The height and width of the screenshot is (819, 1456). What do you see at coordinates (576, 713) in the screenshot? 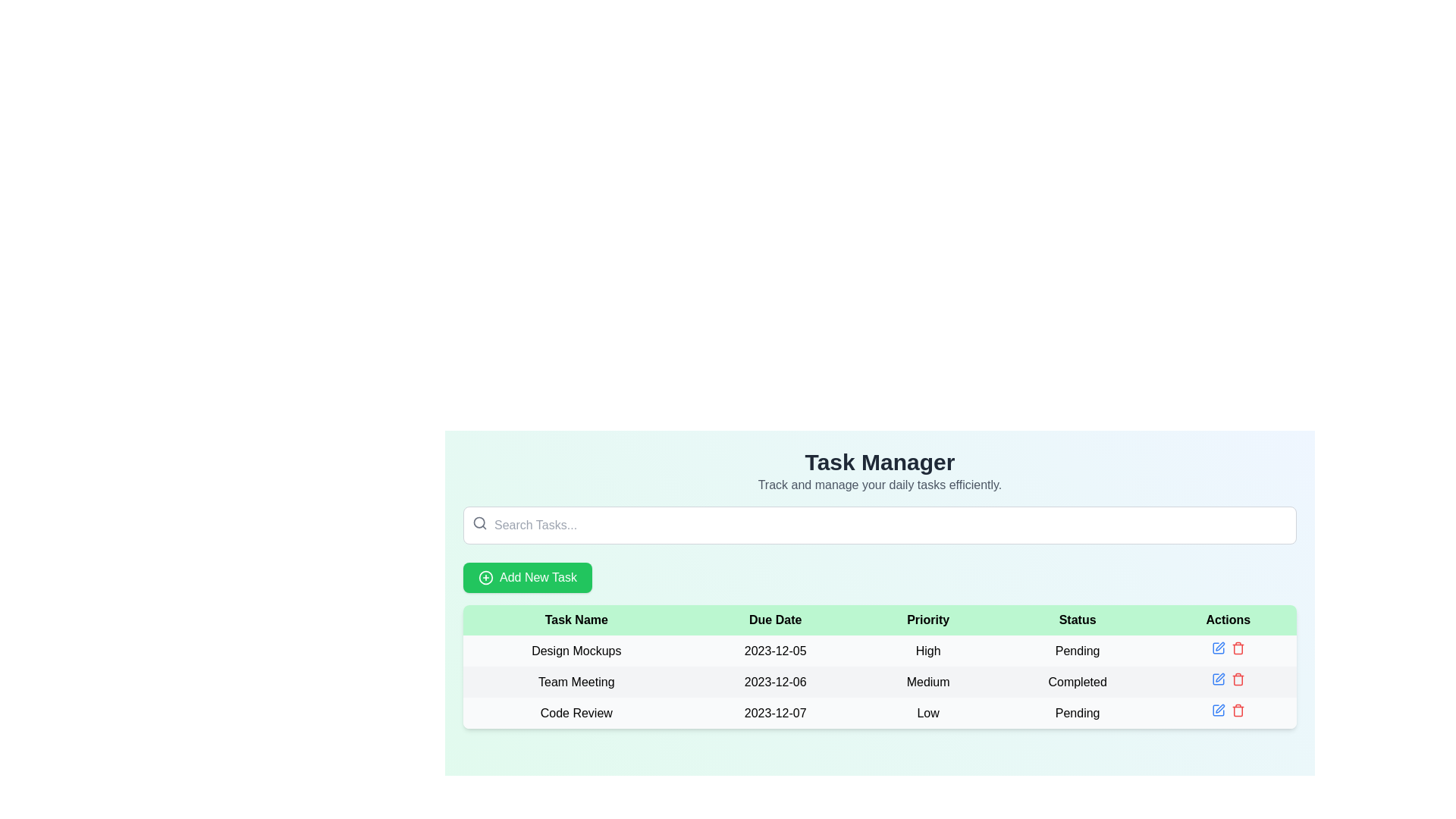
I see `the 'Code Review' text label located in the 'Task Name' column of the tasks table in the row for the due date '2023-12-07'` at bounding box center [576, 713].